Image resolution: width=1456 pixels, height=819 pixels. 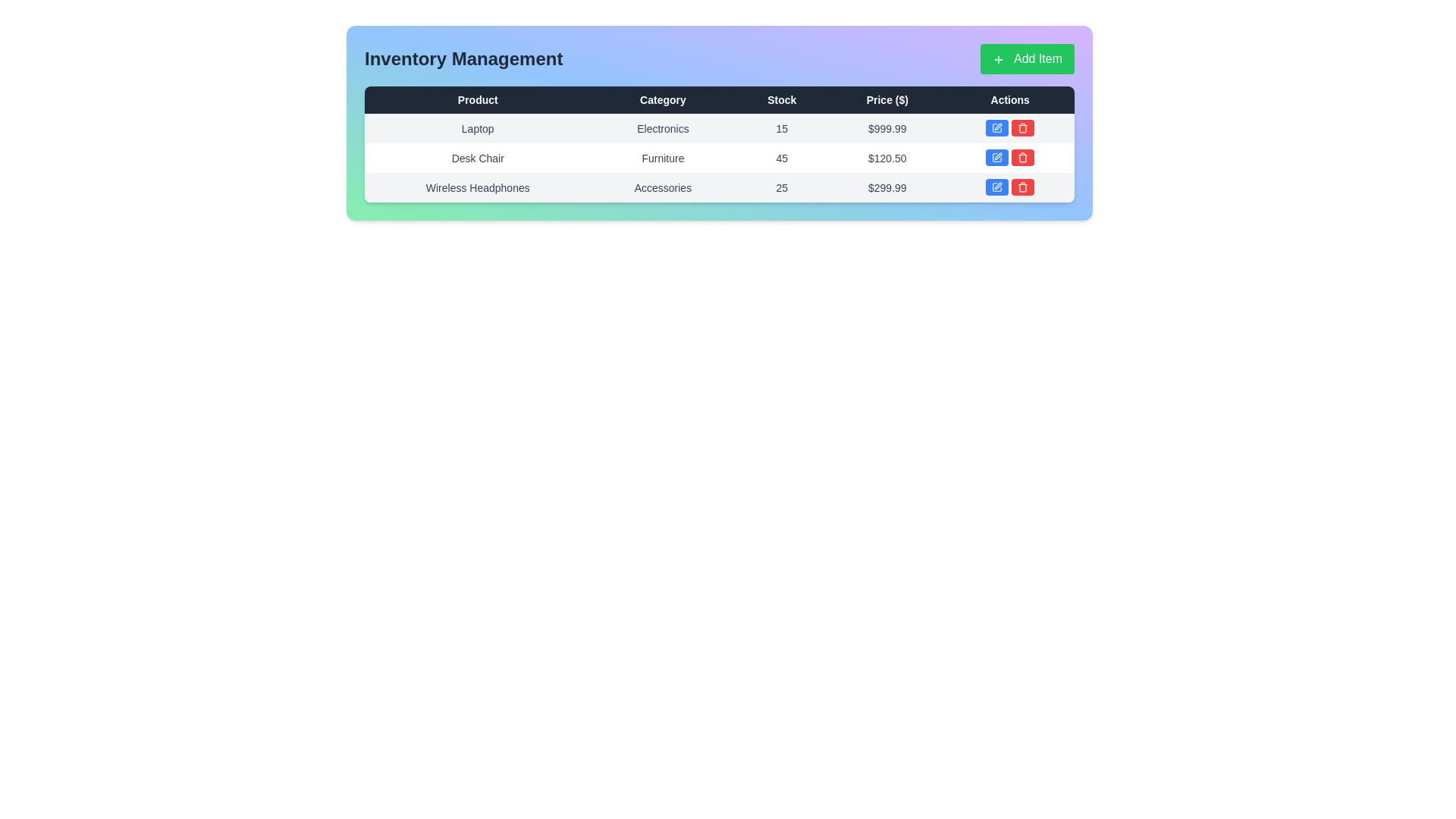 What do you see at coordinates (782, 99) in the screenshot?
I see `the Text label that serves as the header for the stock quantities column, positioned between 'Category' and 'Price ($)' headers at the top of the table` at bounding box center [782, 99].